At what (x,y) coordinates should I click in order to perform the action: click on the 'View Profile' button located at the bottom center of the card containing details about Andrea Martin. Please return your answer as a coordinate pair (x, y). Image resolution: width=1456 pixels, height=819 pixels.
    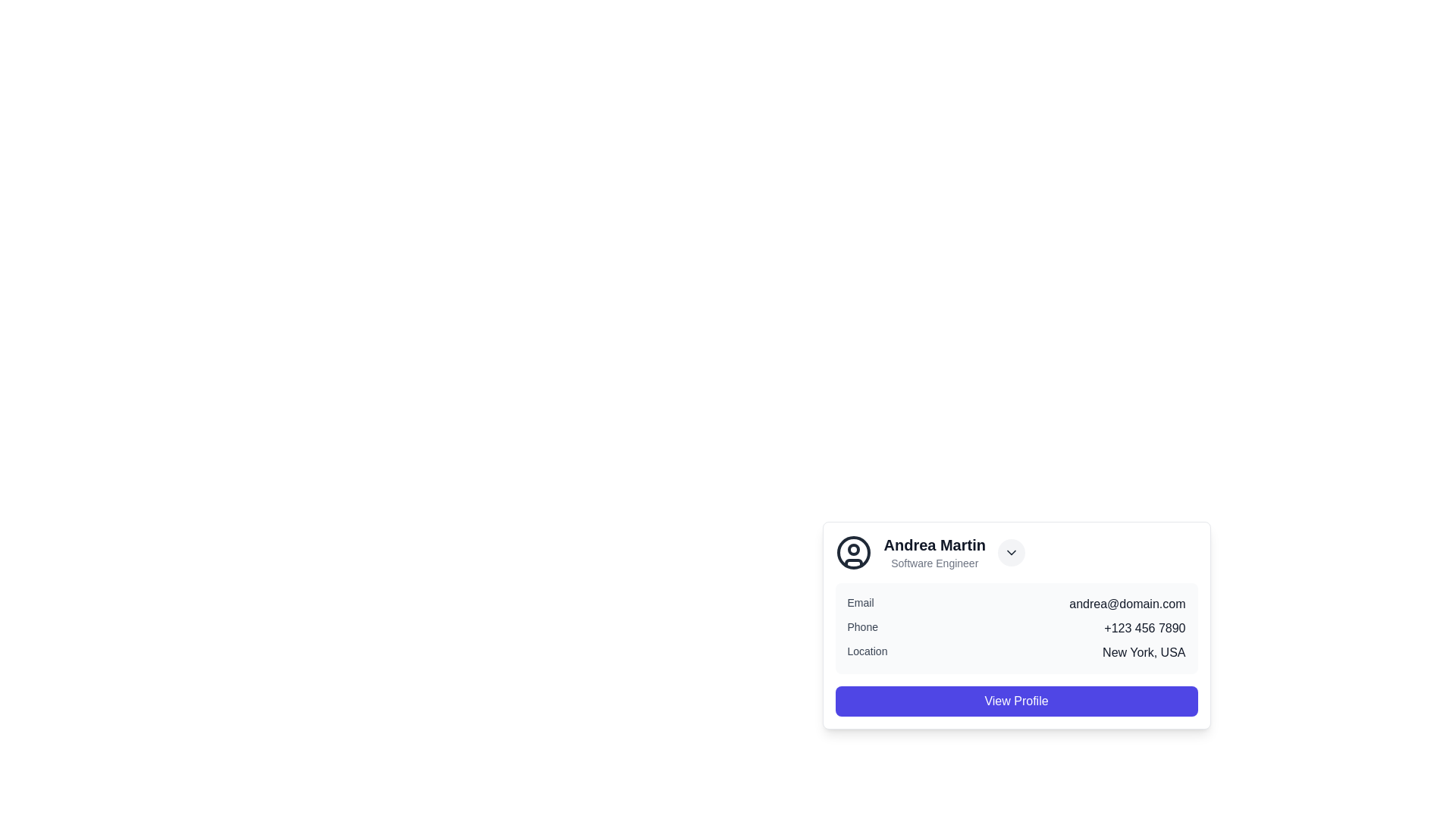
    Looking at the image, I should click on (1016, 701).